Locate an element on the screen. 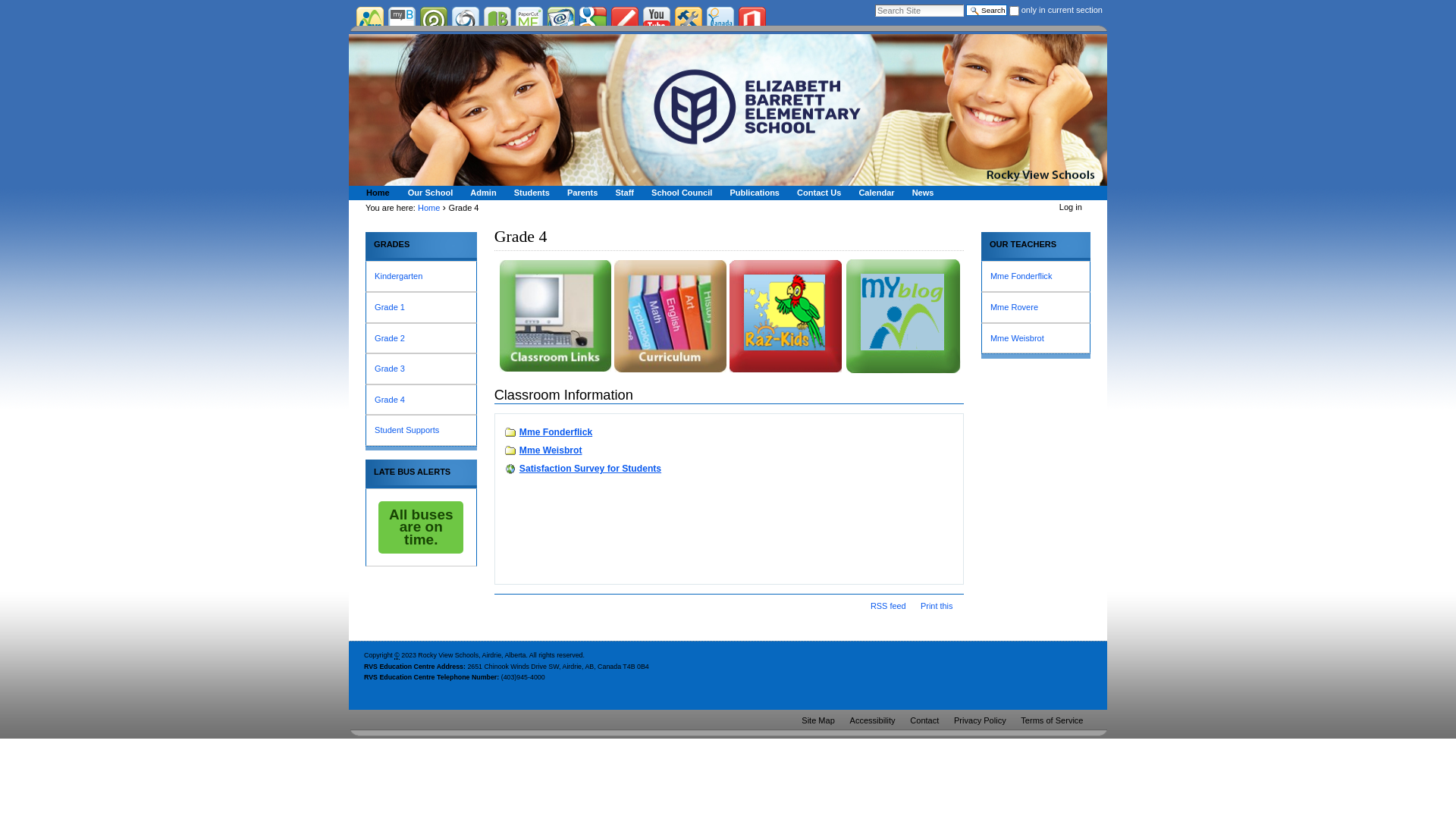 This screenshot has width=1456, height=819. 'Mme Fonderflick' is located at coordinates (1035, 276).